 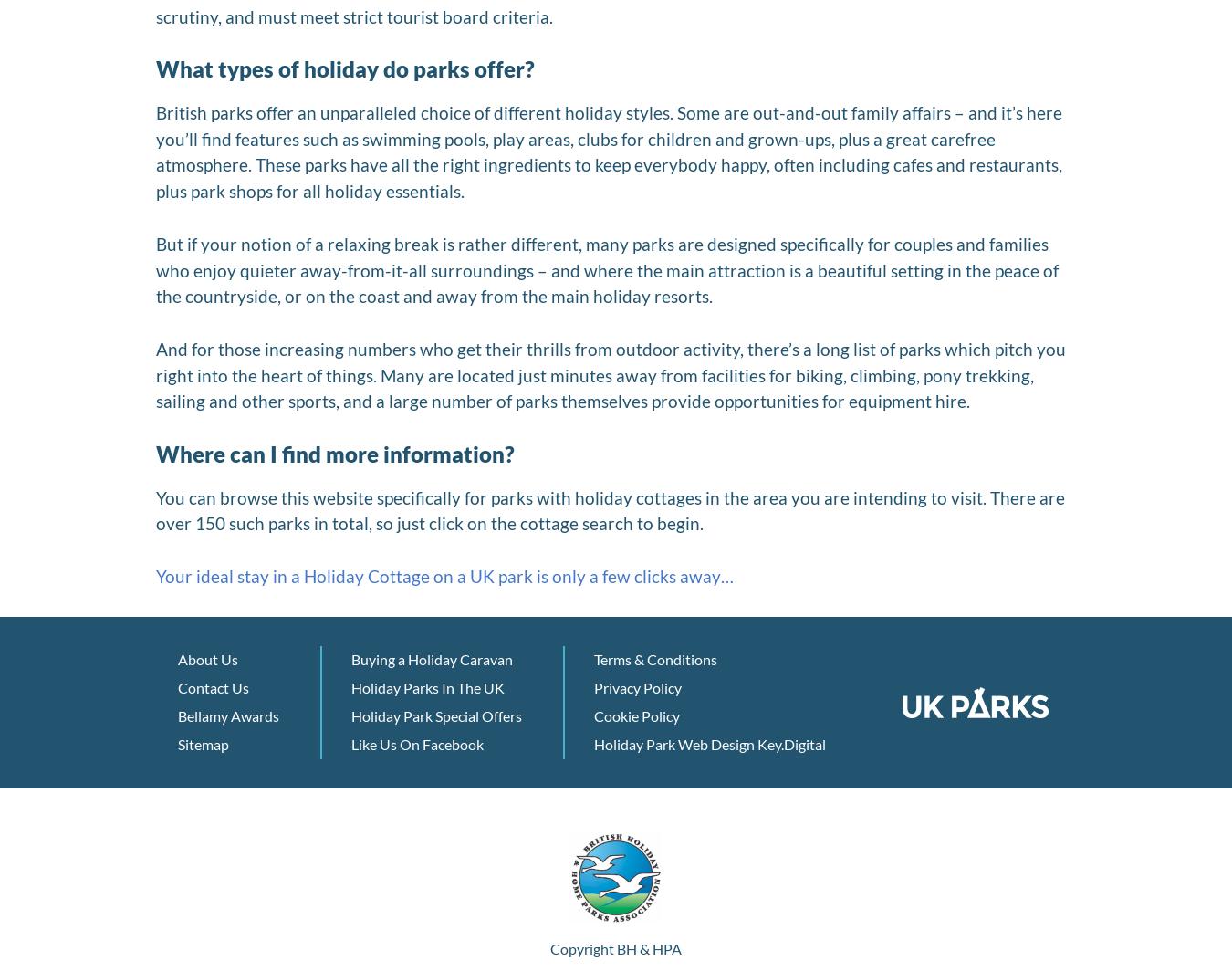 I want to click on 'Sitemap', so click(x=204, y=744).